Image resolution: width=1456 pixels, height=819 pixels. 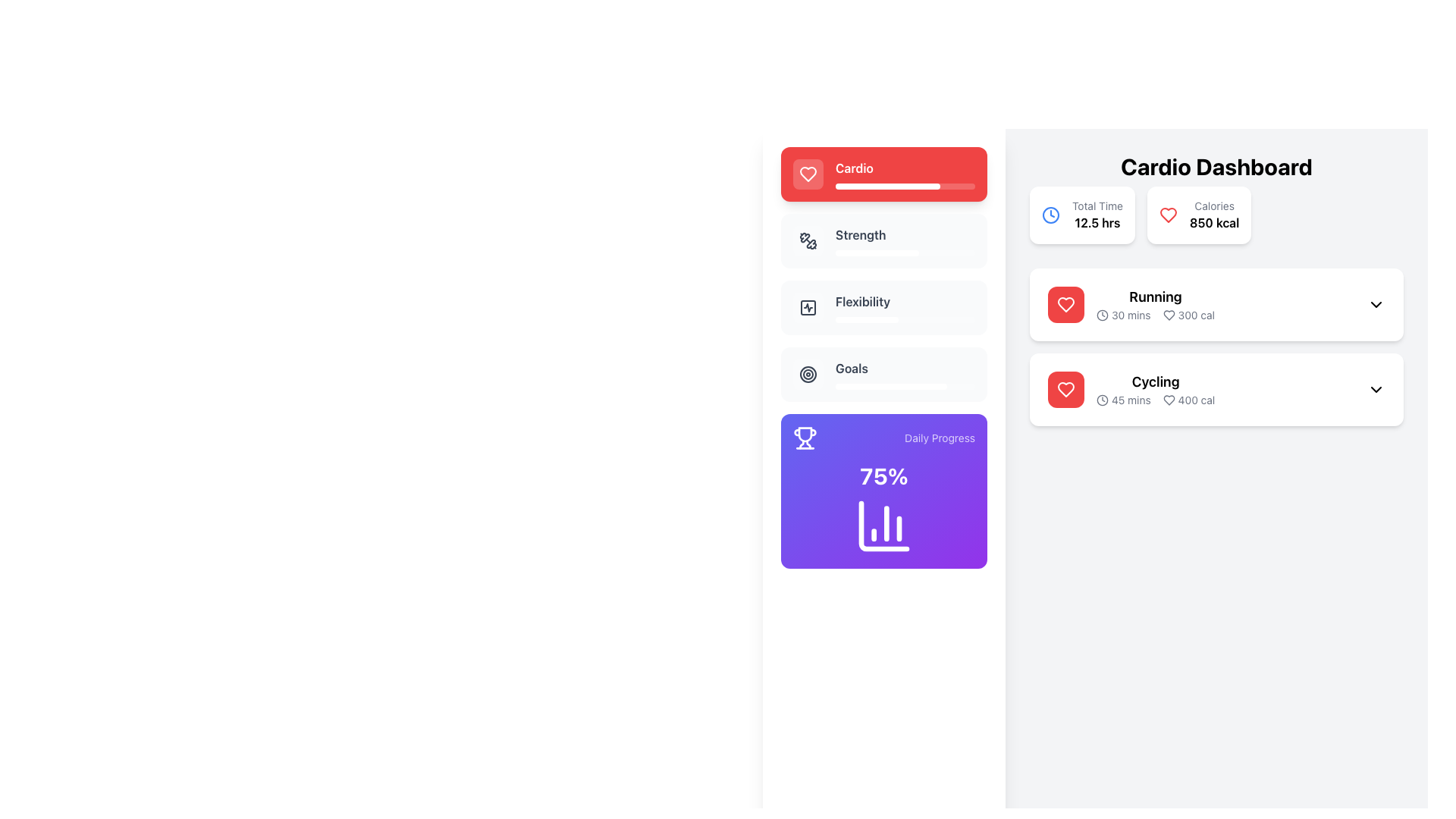 What do you see at coordinates (1216, 304) in the screenshot?
I see `the top list item in the 'Cardio Dashboard' section, which features a red background with a white heart icon and bold text reading 'Running'` at bounding box center [1216, 304].